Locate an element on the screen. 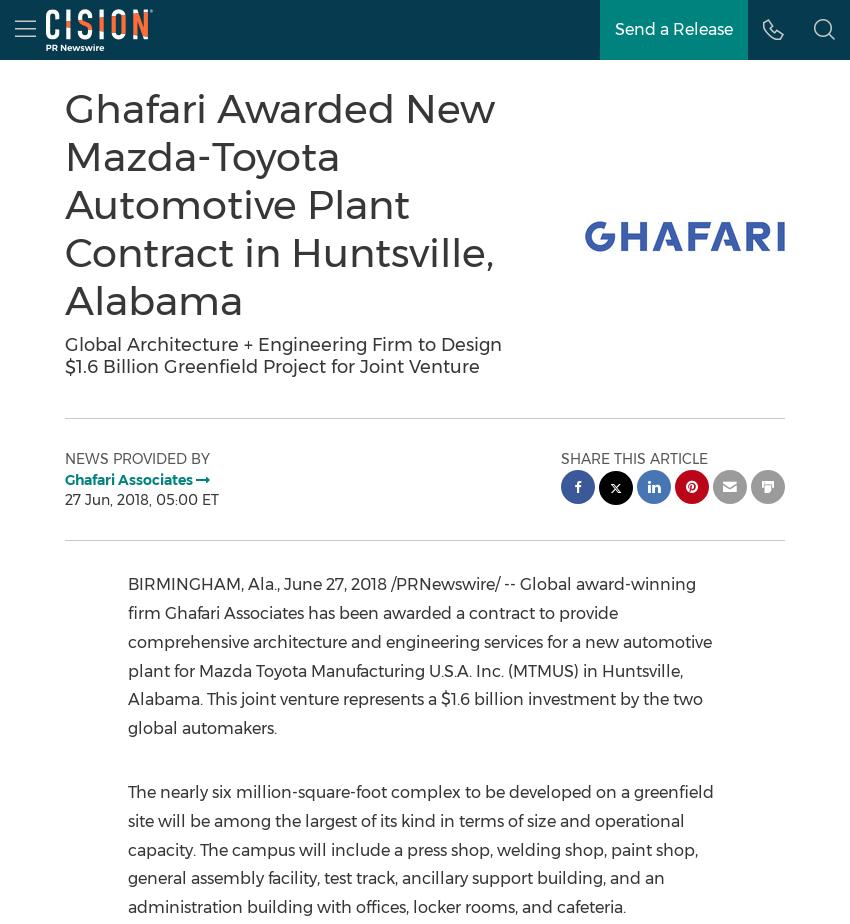 The height and width of the screenshot is (924, 850). 'Huntsville, Alabama' is located at coordinates (404, 684).